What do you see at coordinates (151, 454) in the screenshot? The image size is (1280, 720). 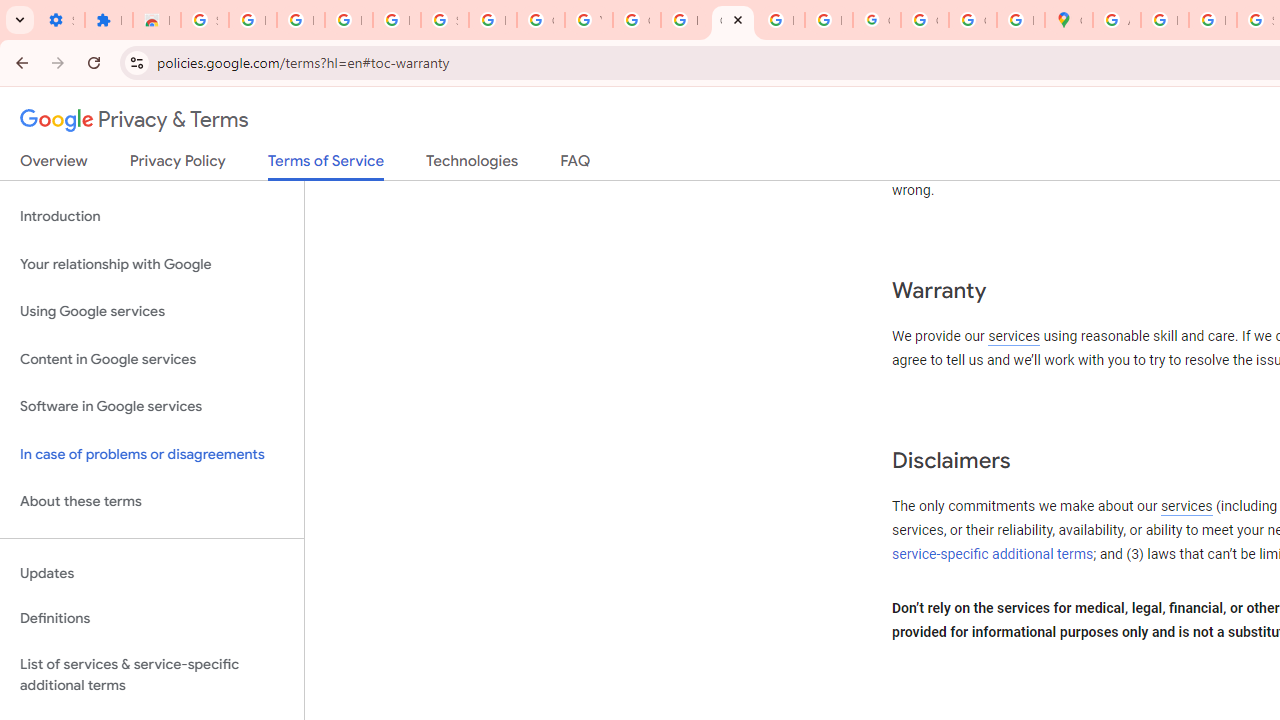 I see `'In case of problems or disagreements'` at bounding box center [151, 454].